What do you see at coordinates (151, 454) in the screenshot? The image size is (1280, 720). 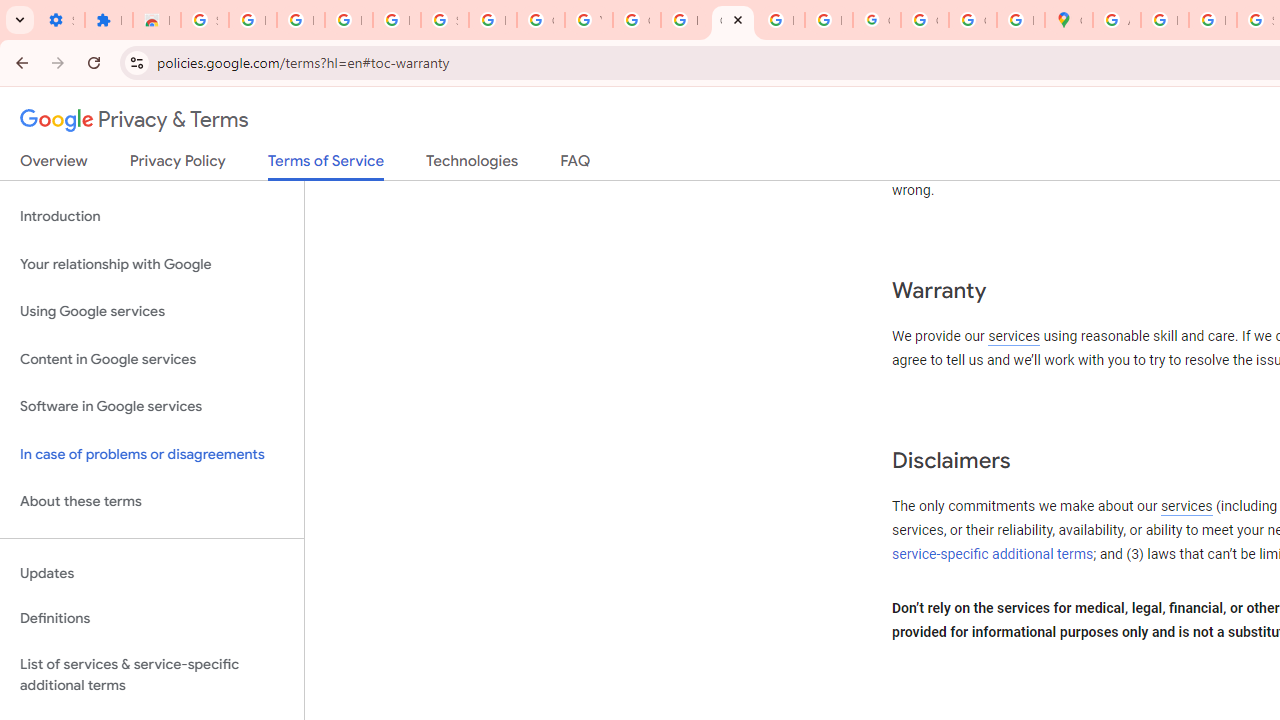 I see `'In case of problems or disagreements'` at bounding box center [151, 454].